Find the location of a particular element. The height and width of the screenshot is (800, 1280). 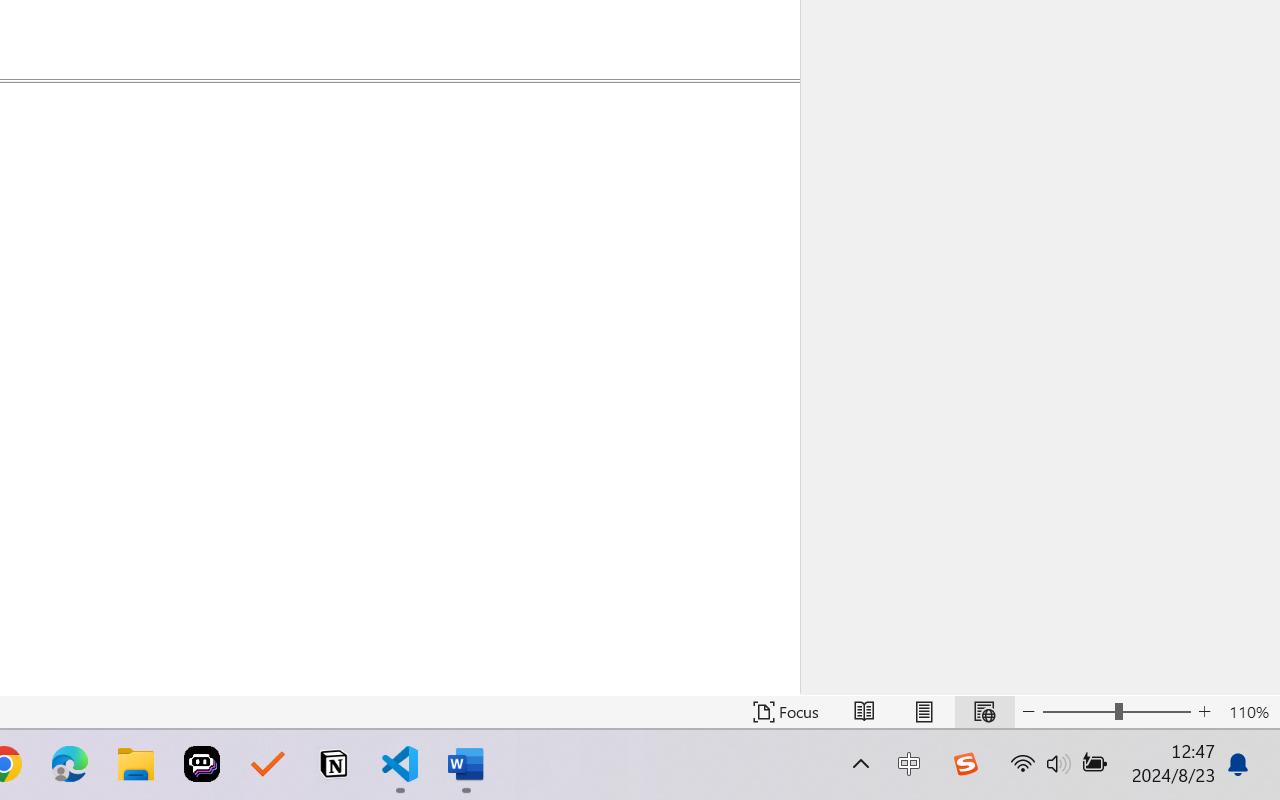

'Zoom 110%' is located at coordinates (1248, 711).